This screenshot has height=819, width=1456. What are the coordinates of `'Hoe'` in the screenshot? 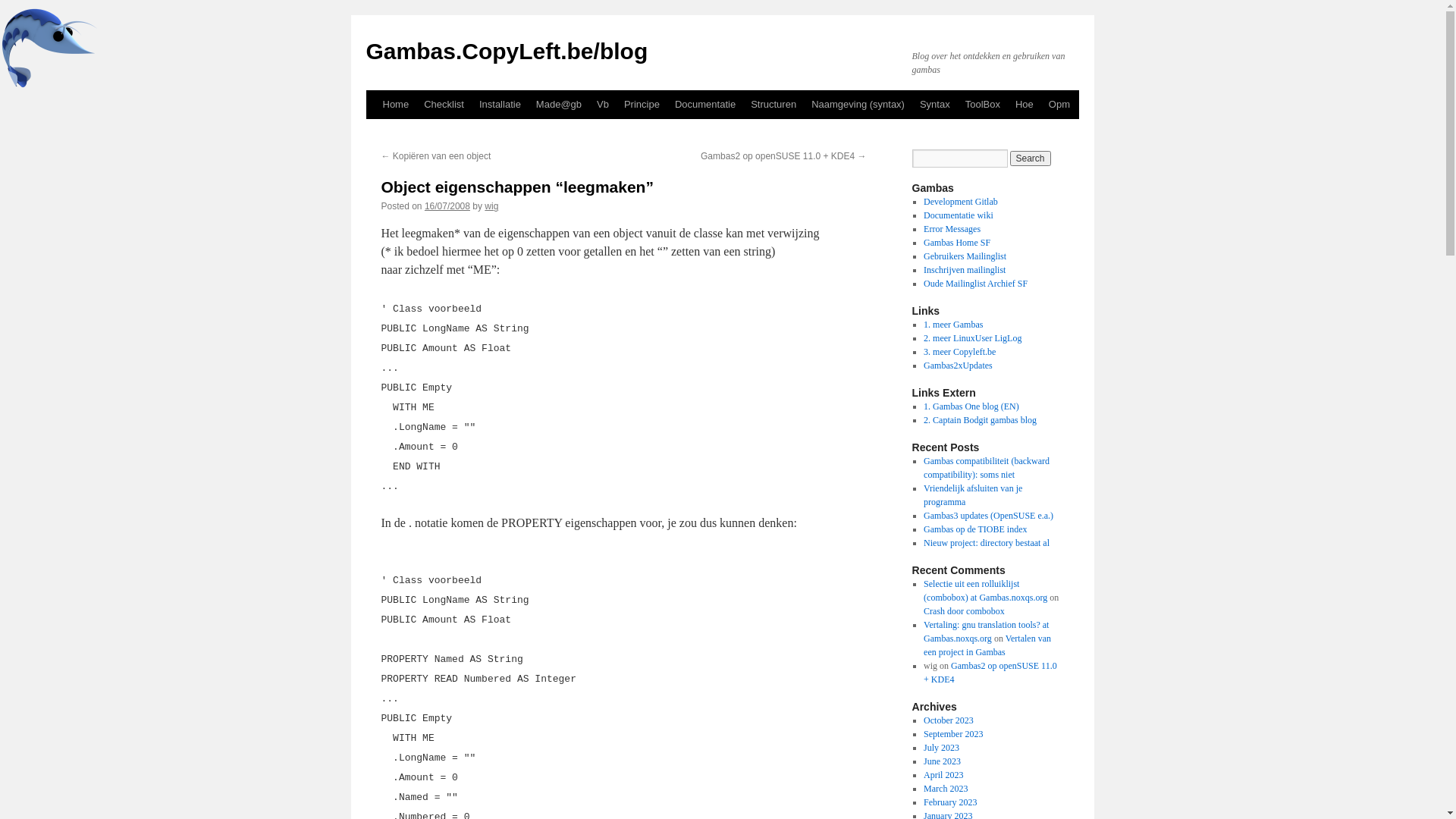 It's located at (1008, 104).